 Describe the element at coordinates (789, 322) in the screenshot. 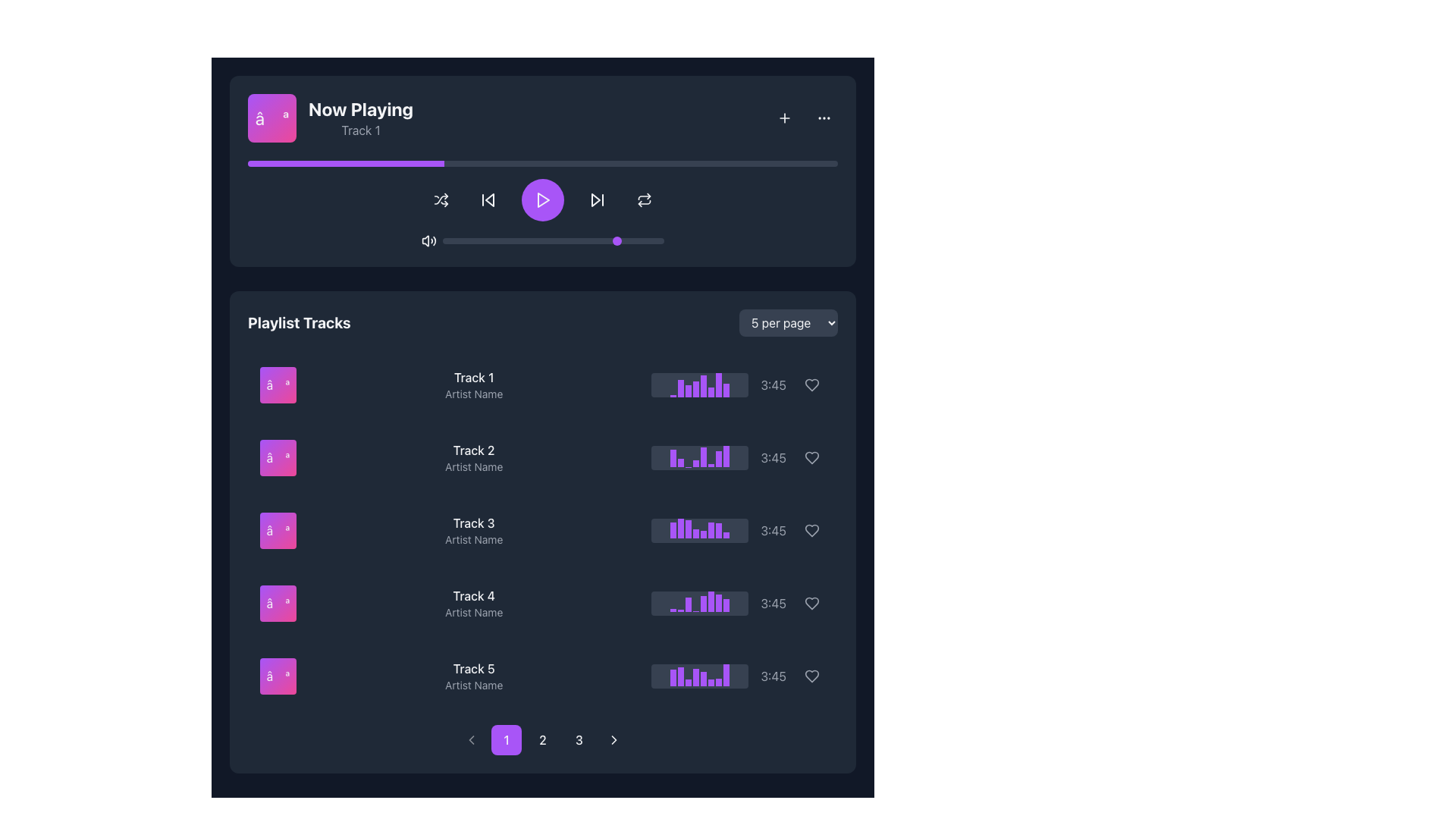

I see `the dropdown menu located in the upper right portion of the 'Playlist Tracks' section` at that location.